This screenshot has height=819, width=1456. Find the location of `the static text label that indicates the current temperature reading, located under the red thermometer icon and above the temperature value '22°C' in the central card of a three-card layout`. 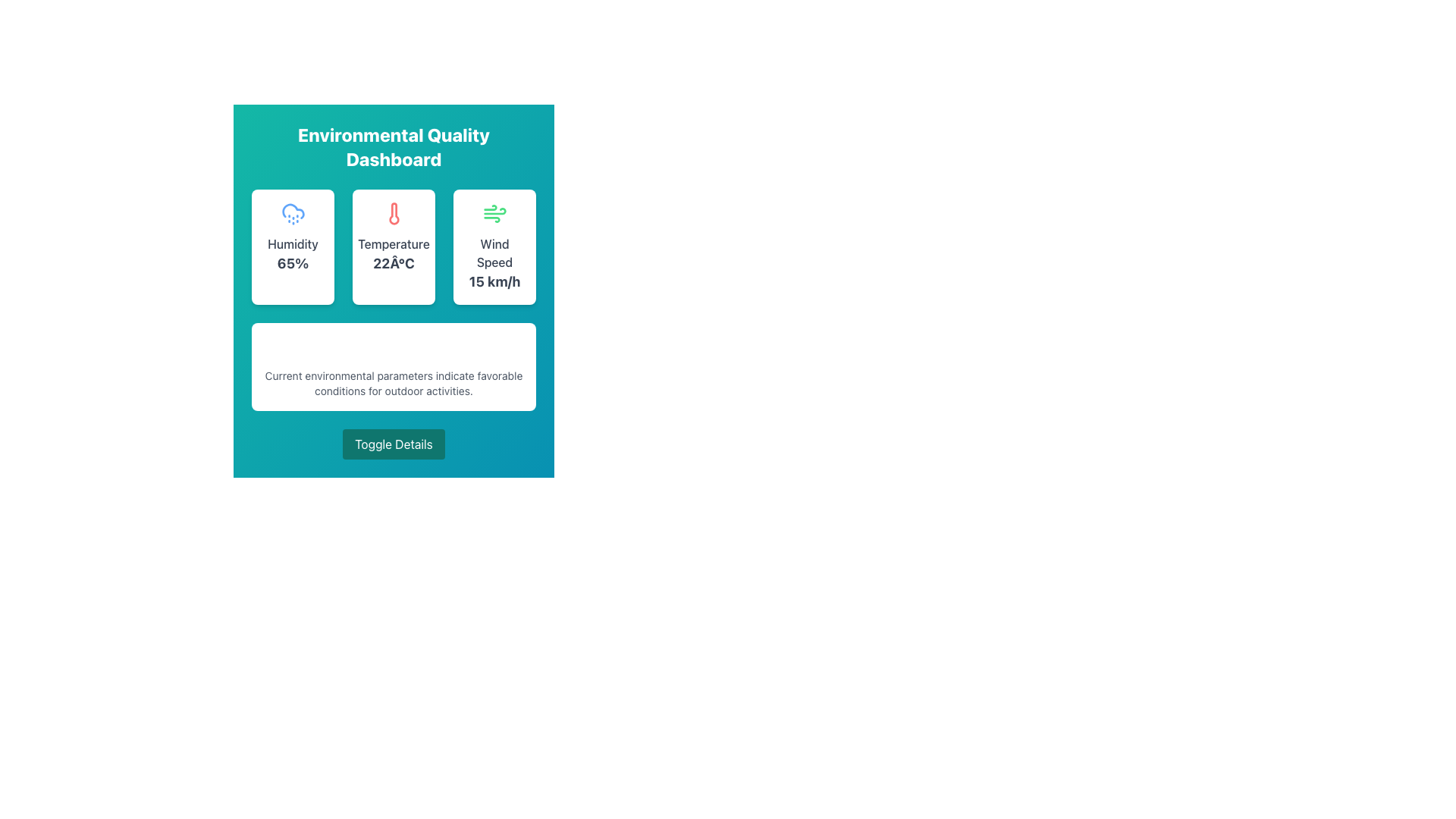

the static text label that indicates the current temperature reading, located under the red thermometer icon and above the temperature value '22°C' in the central card of a three-card layout is located at coordinates (394, 243).